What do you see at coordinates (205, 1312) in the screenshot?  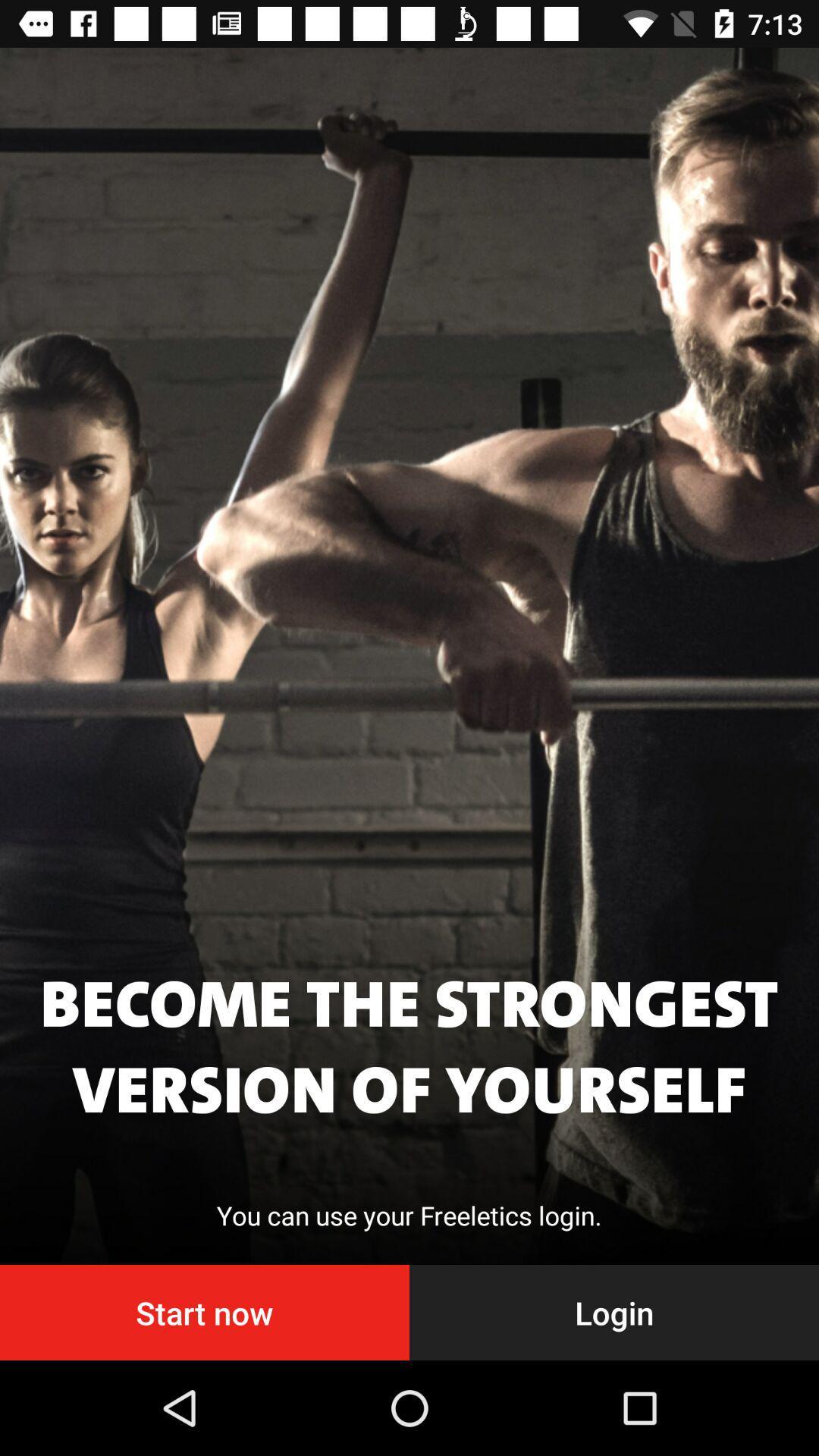 I see `the item to the left of login icon` at bounding box center [205, 1312].